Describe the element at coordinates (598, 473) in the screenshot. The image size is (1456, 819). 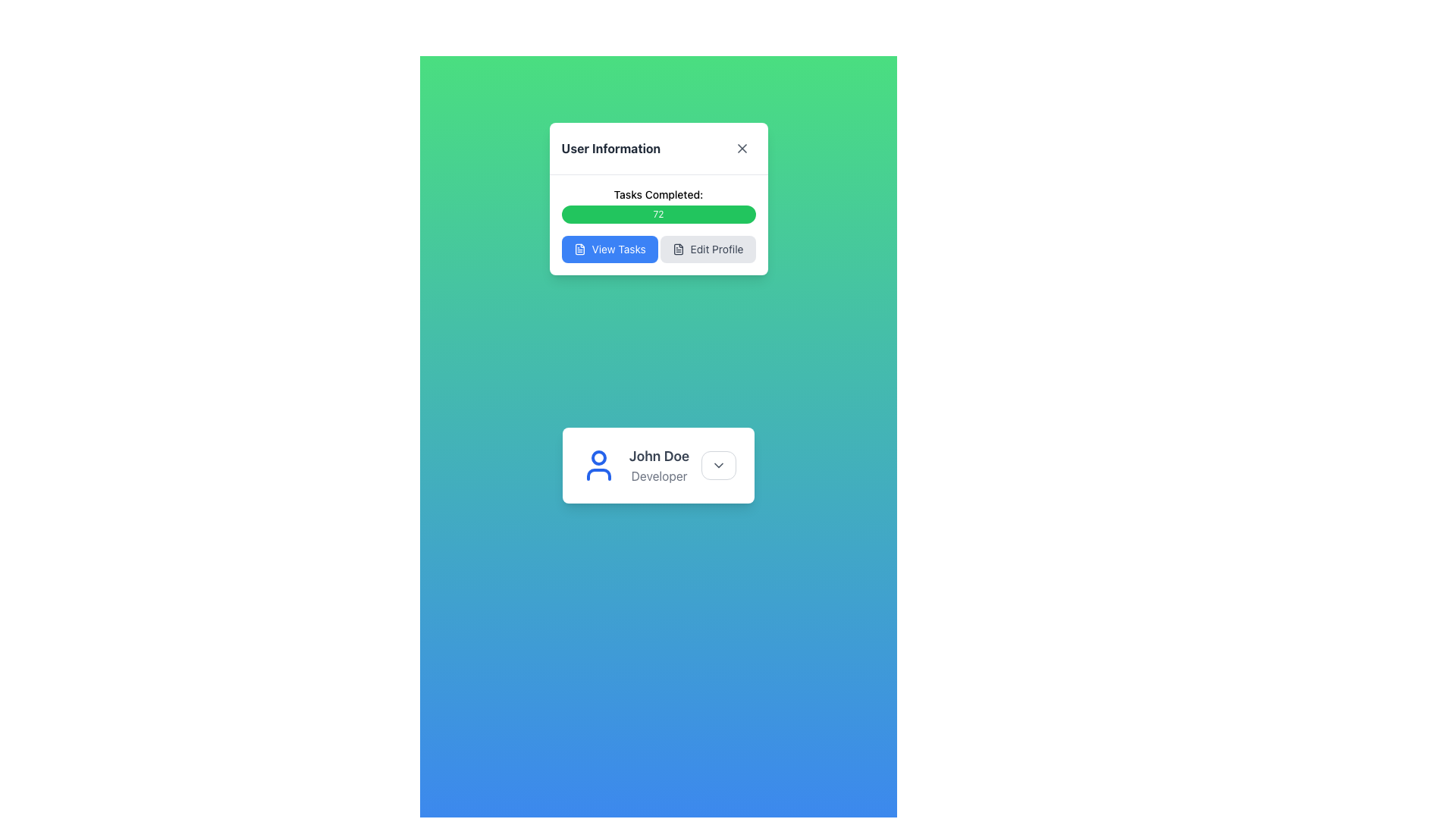
I see `the lower body and shoulders of the person icon within the SVG user symbol, which is colored in a sharp blue hue` at that location.